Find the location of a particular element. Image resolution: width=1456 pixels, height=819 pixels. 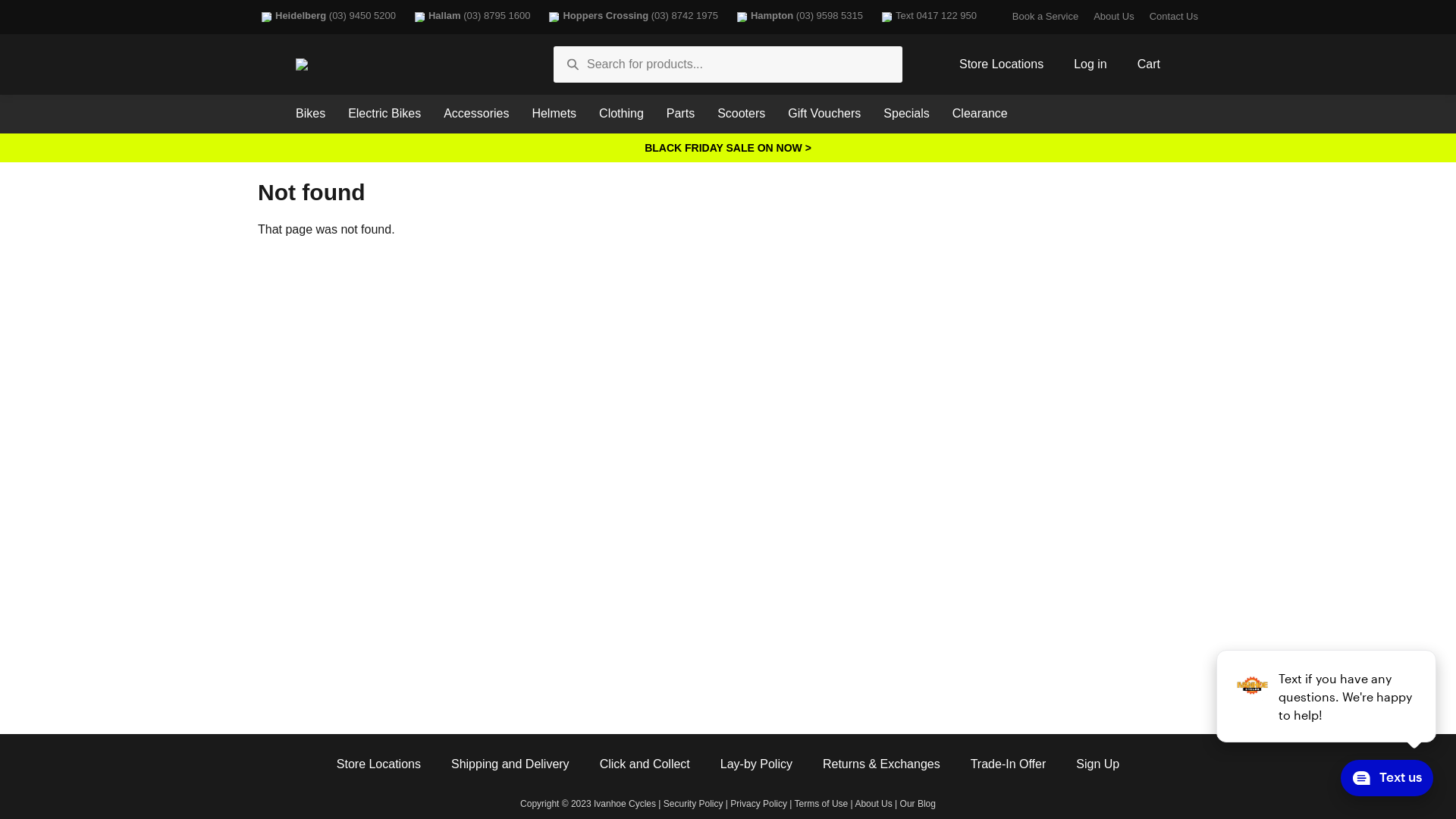

'Book a Service' is located at coordinates (1044, 17).